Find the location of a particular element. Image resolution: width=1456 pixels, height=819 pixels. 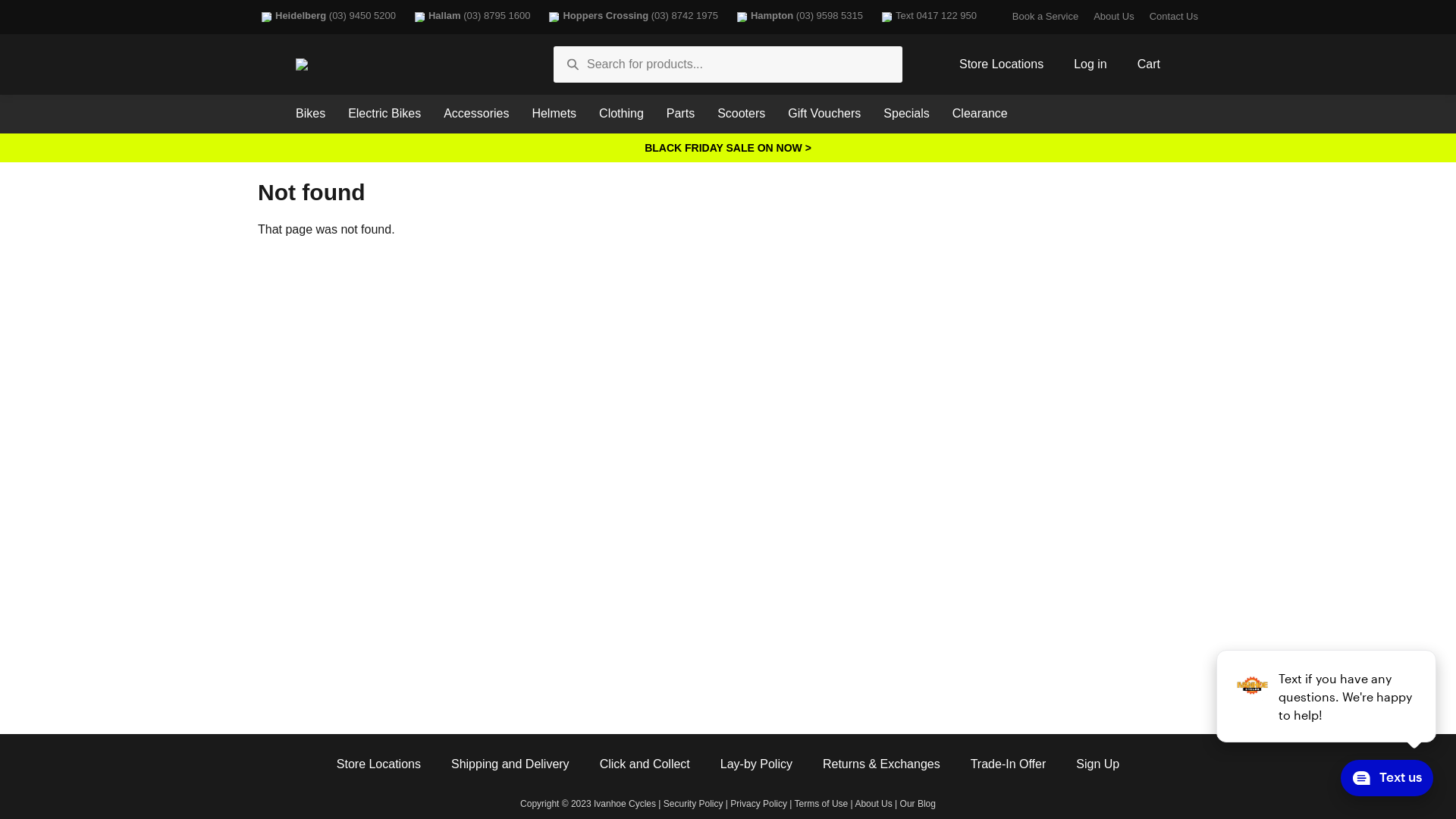

'Book a Service' is located at coordinates (1044, 17).